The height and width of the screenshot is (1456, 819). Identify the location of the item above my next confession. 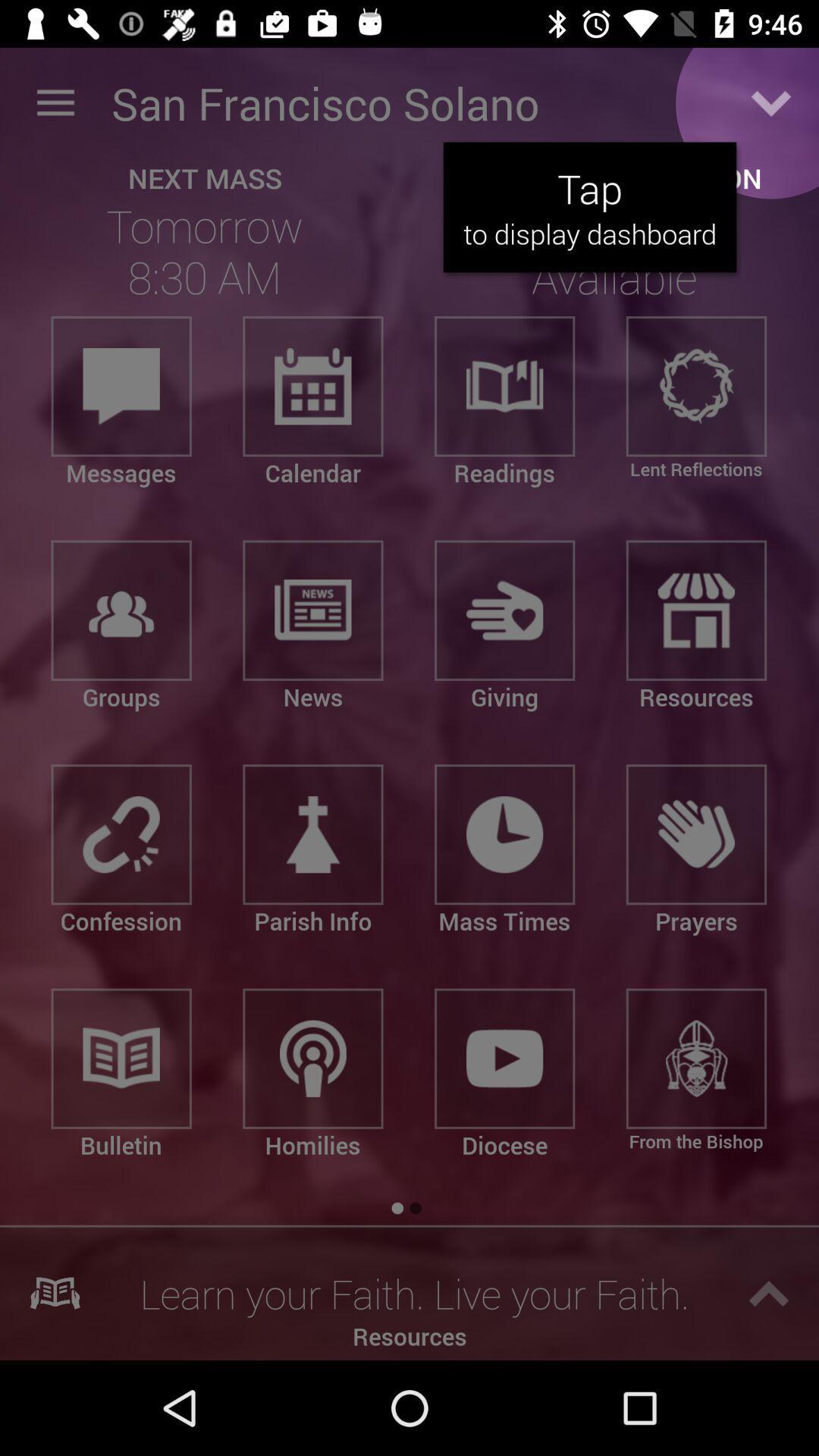
(771, 102).